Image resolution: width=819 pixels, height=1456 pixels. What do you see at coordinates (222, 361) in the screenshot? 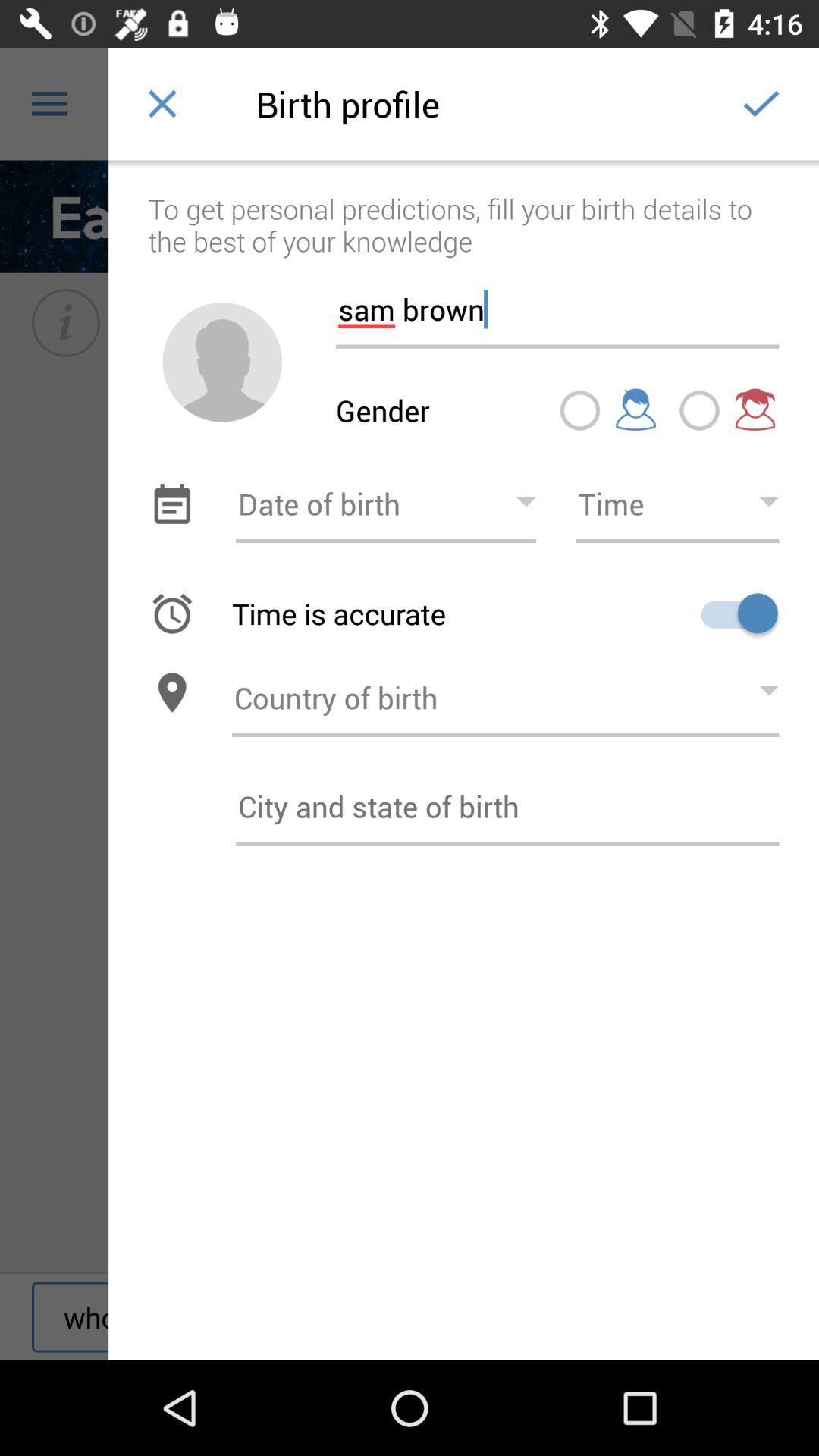
I see `gender` at bounding box center [222, 361].